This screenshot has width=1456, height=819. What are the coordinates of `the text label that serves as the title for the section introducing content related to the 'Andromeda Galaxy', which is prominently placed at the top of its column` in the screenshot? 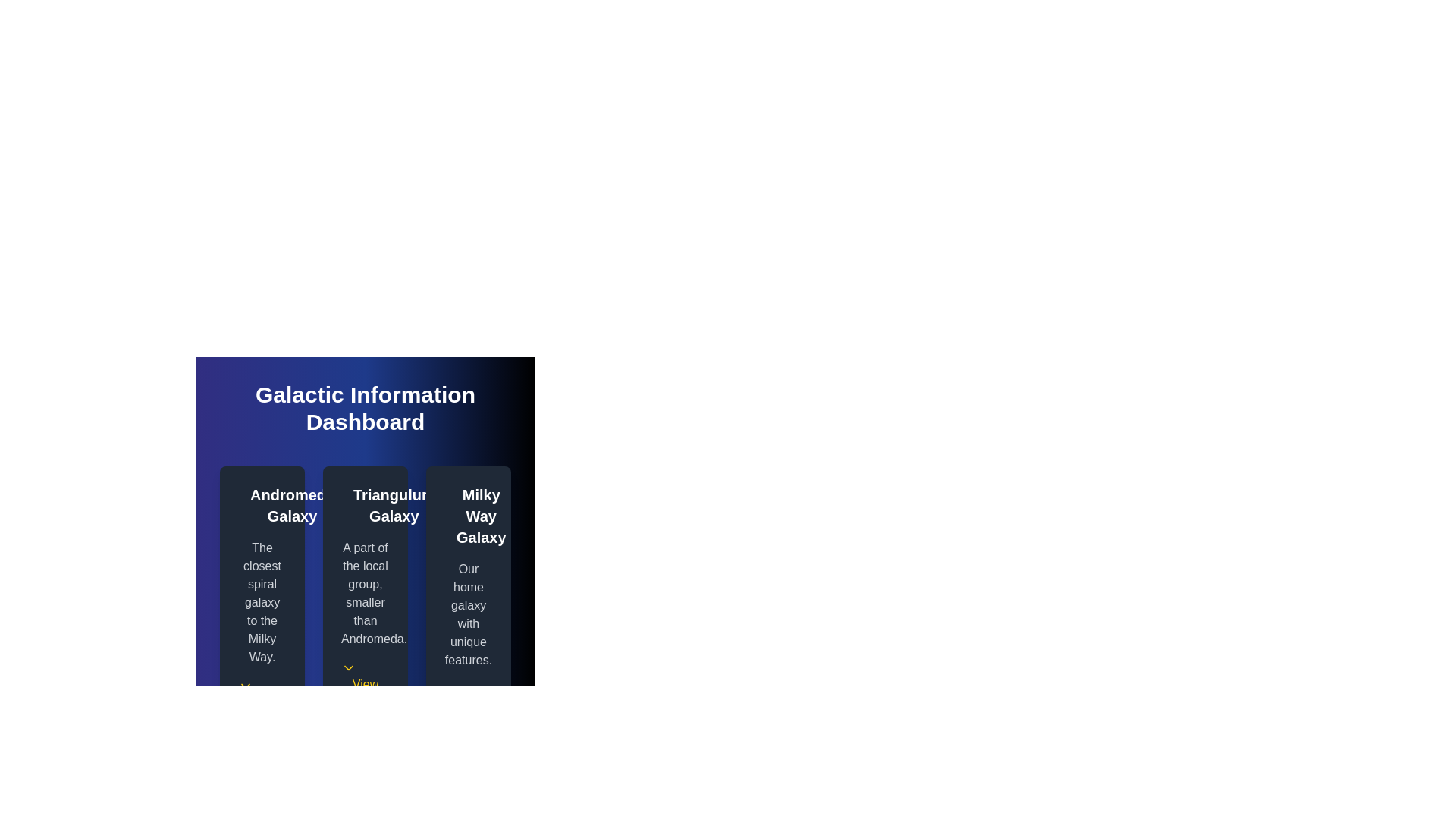 It's located at (292, 506).